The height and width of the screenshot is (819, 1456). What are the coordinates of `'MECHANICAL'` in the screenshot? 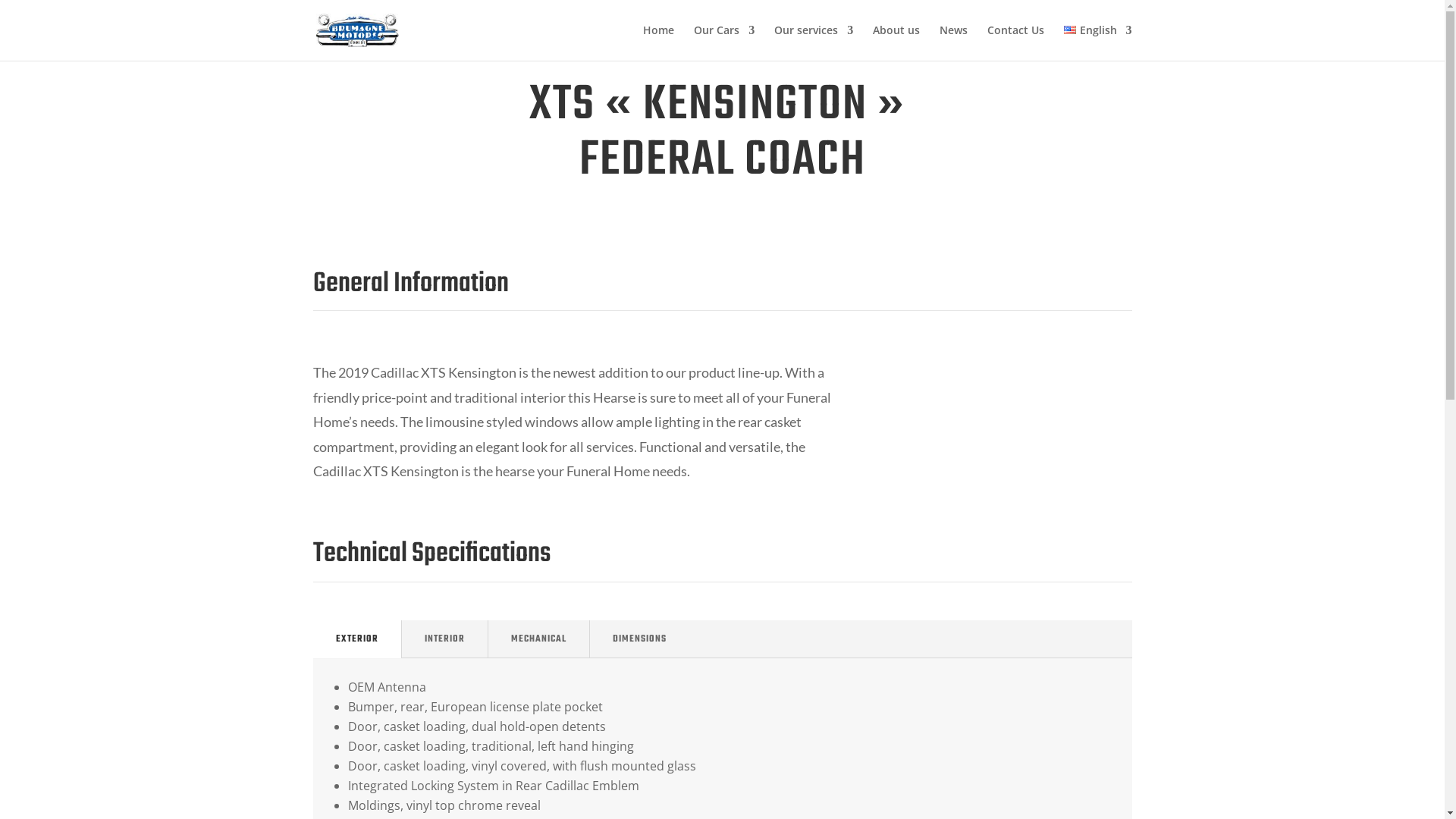 It's located at (538, 639).